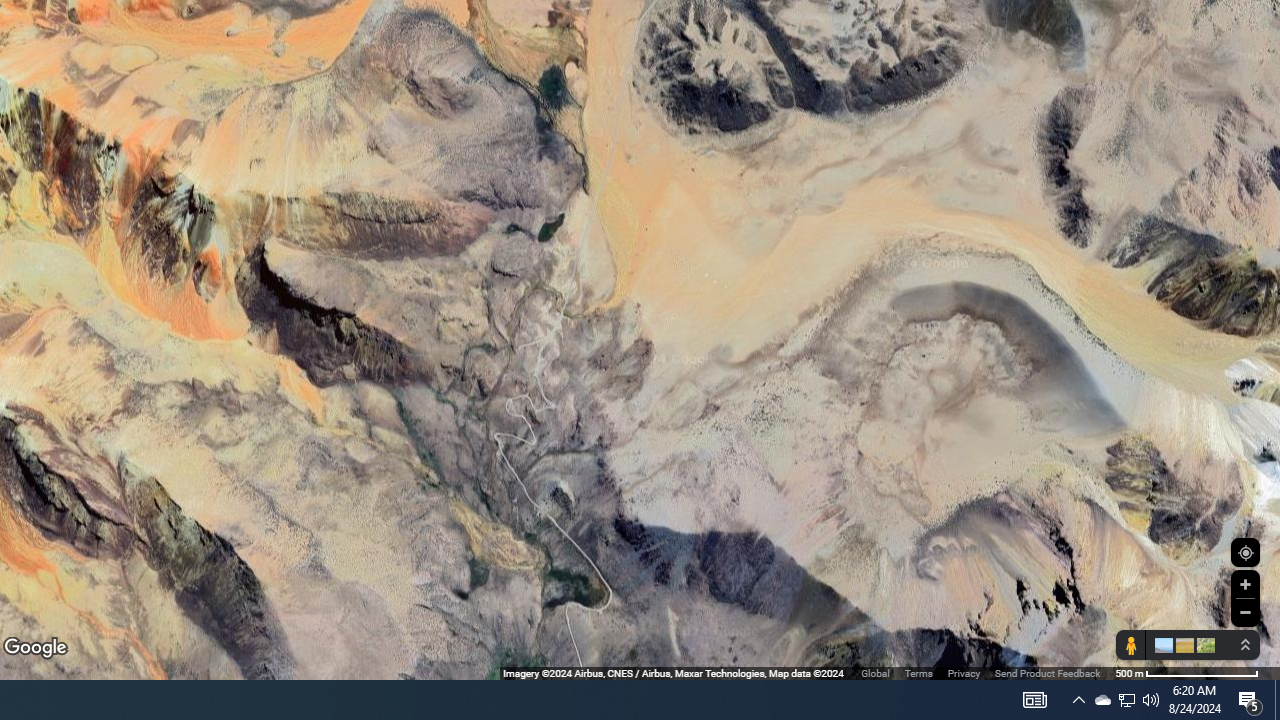 The image size is (1280, 720). What do you see at coordinates (1046, 673) in the screenshot?
I see `'Send Product Feedback'` at bounding box center [1046, 673].